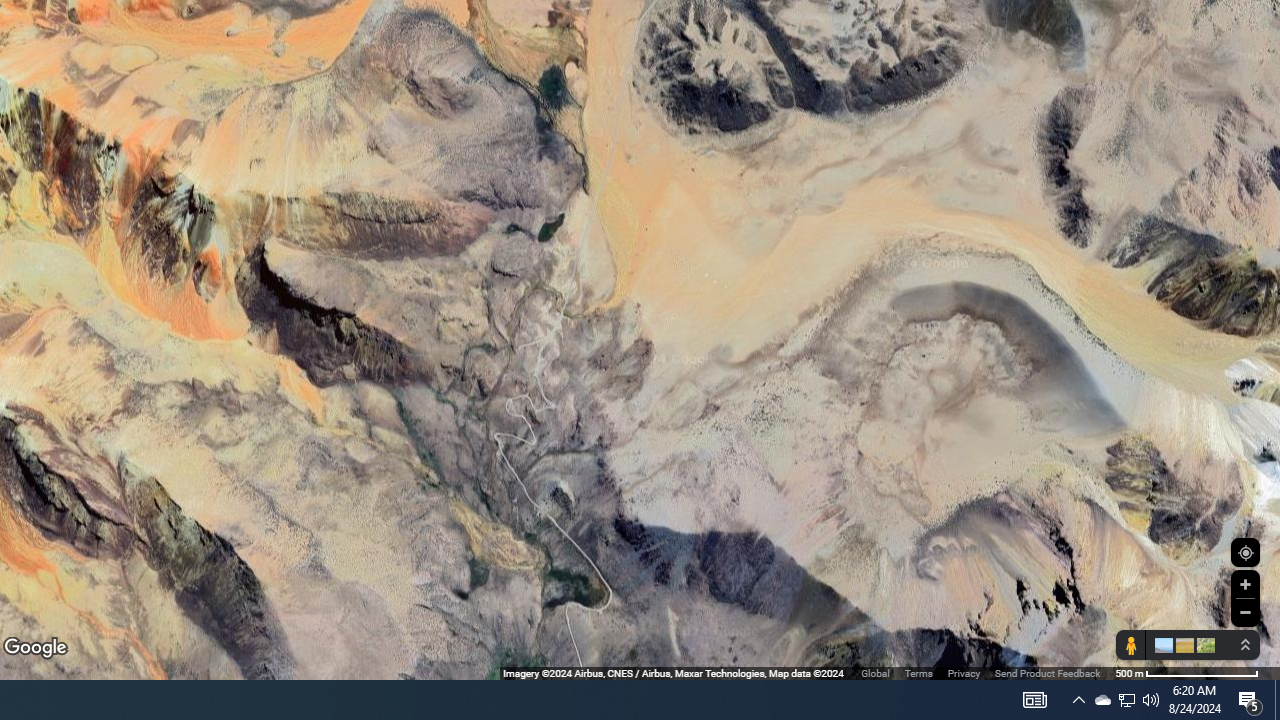 The image size is (1280, 720). What do you see at coordinates (1046, 673) in the screenshot?
I see `'Send Product Feedback'` at bounding box center [1046, 673].